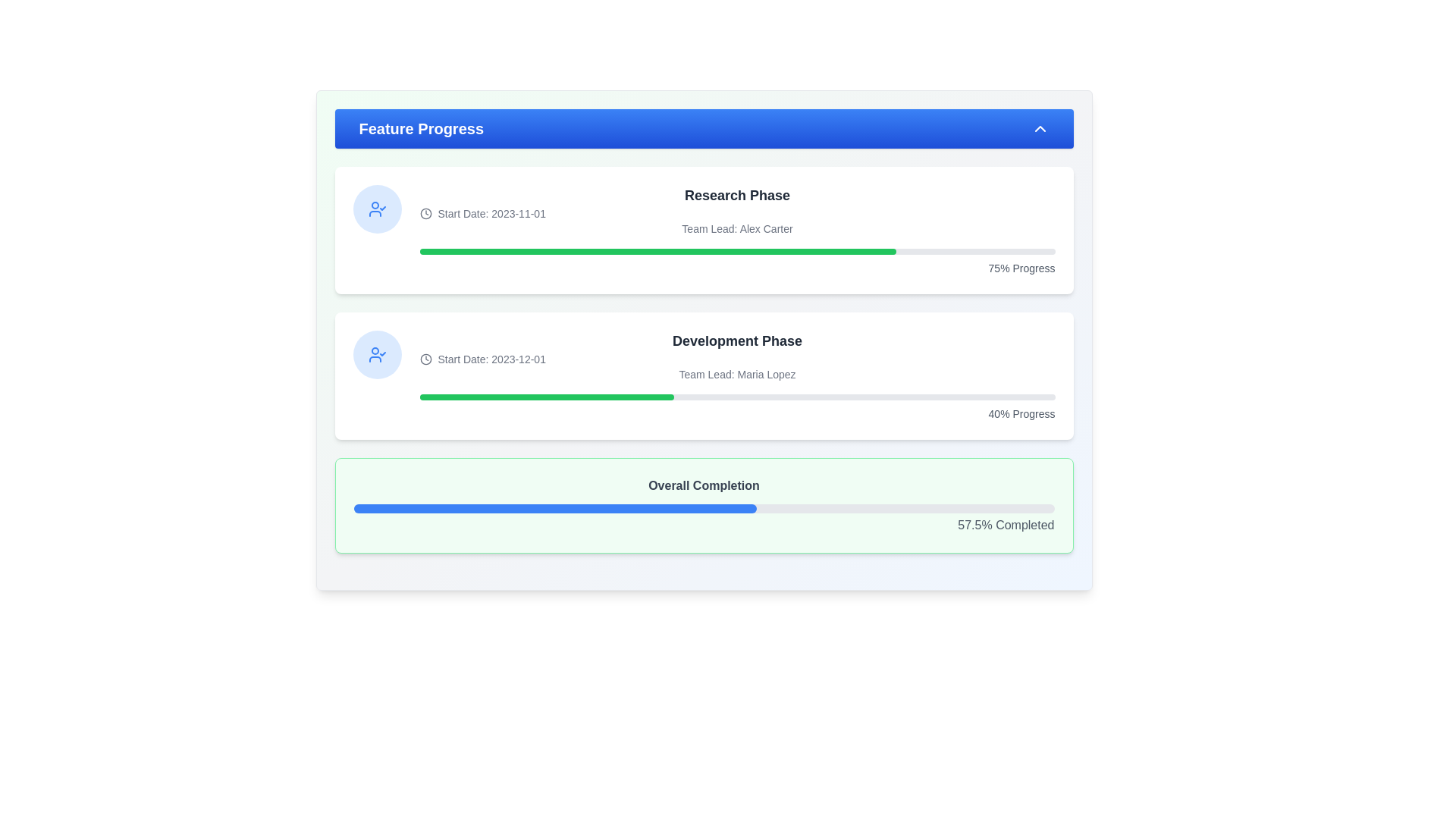  I want to click on the 'Research Phase' text label, so click(737, 195).